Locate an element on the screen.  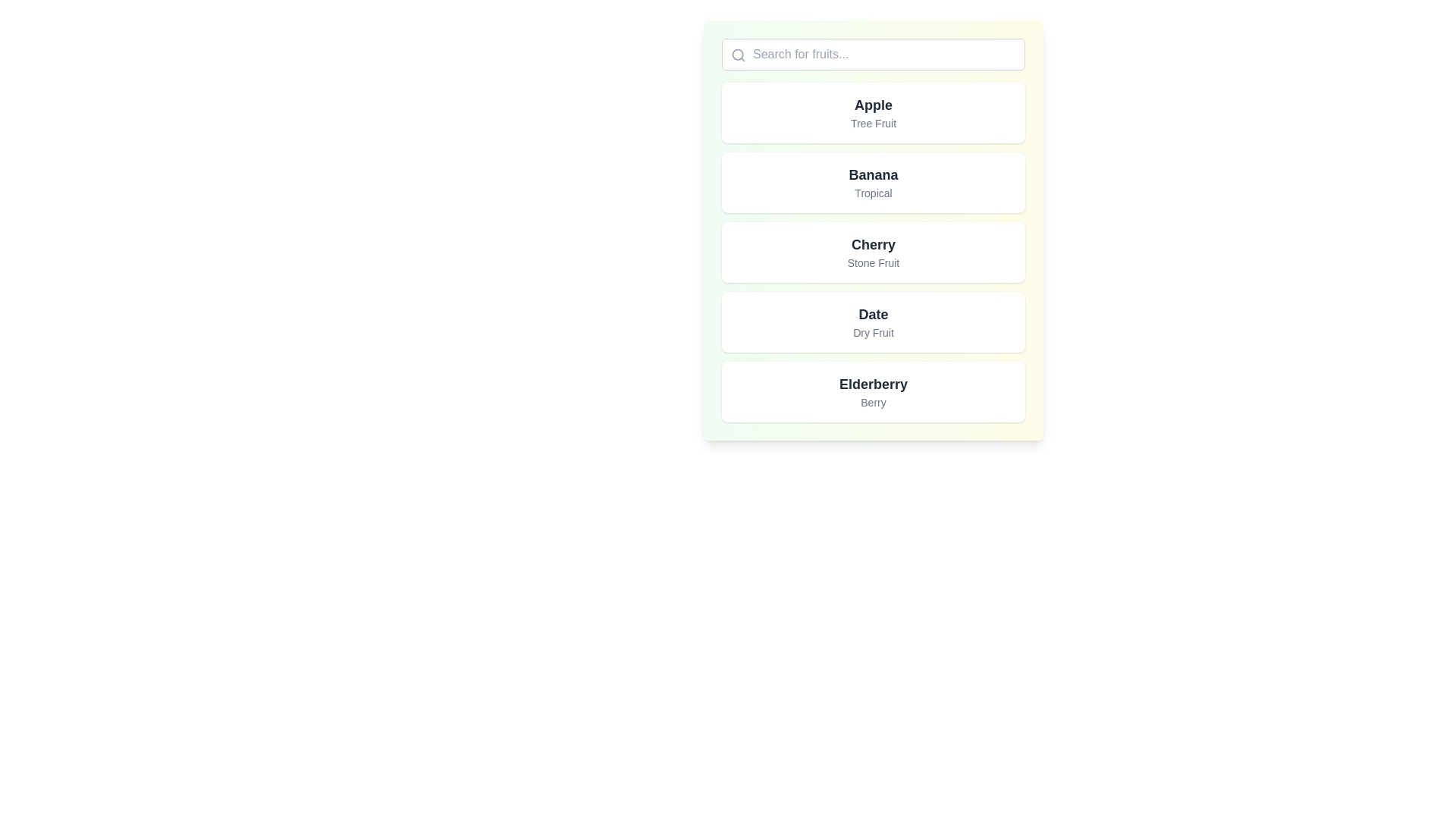
the Text Label displaying 'Cherry' which is positioned above the text 'Stone Fruit' in the vertical list is located at coordinates (874, 244).